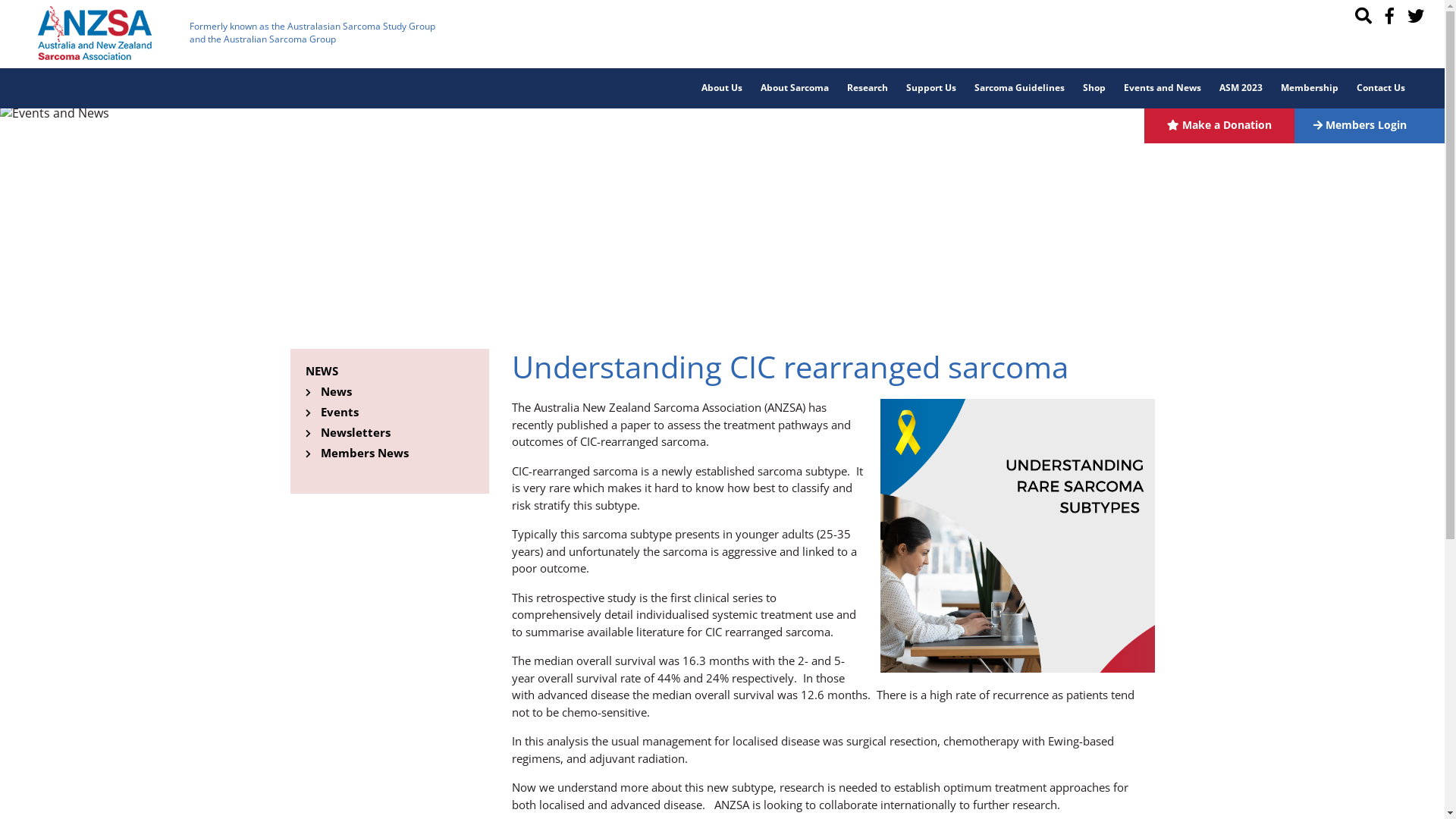  Describe the element at coordinates (337, 412) in the screenshot. I see `'Events'` at that location.